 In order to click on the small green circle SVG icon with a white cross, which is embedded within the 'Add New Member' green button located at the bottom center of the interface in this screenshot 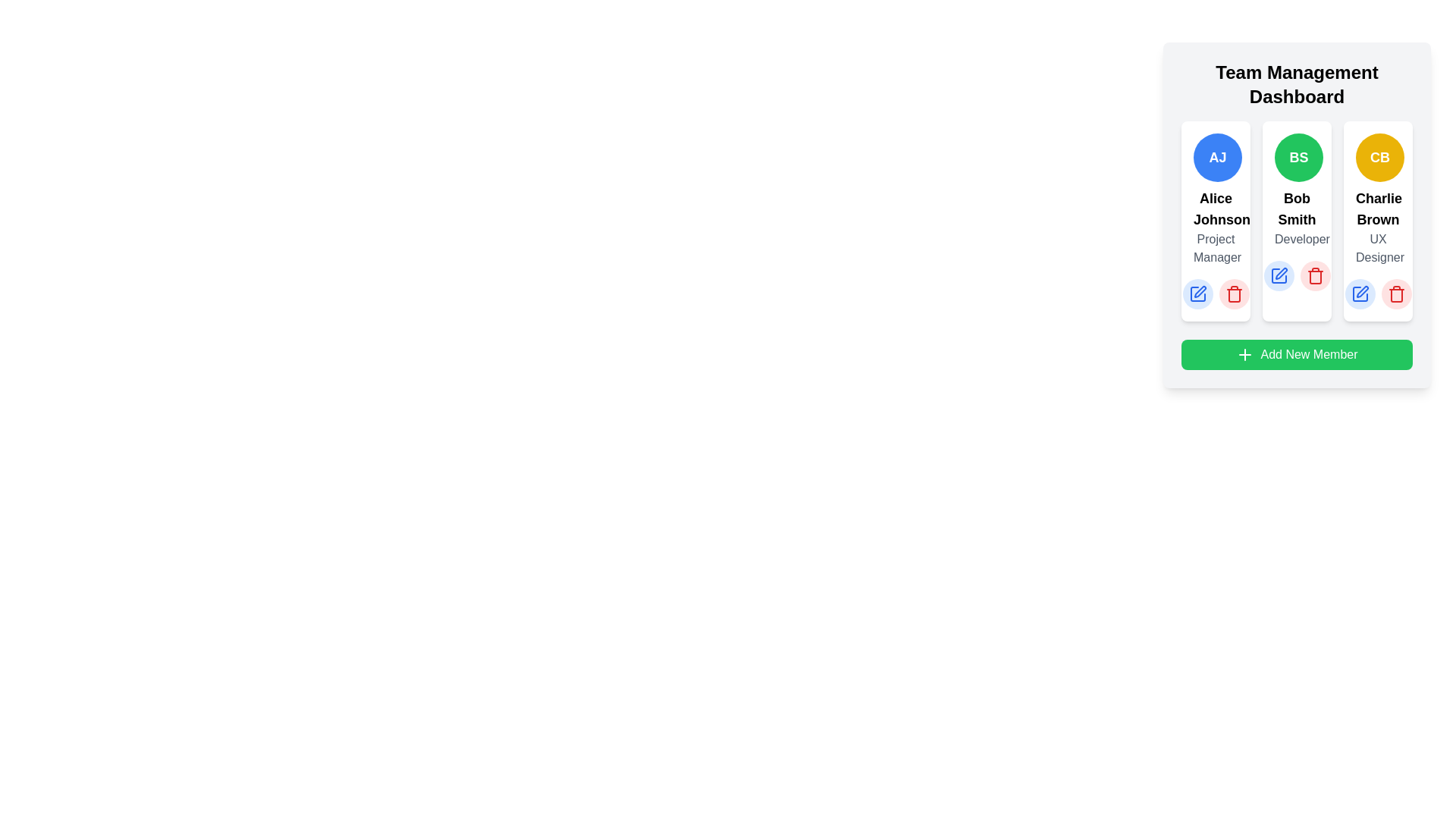, I will do `click(1245, 354)`.